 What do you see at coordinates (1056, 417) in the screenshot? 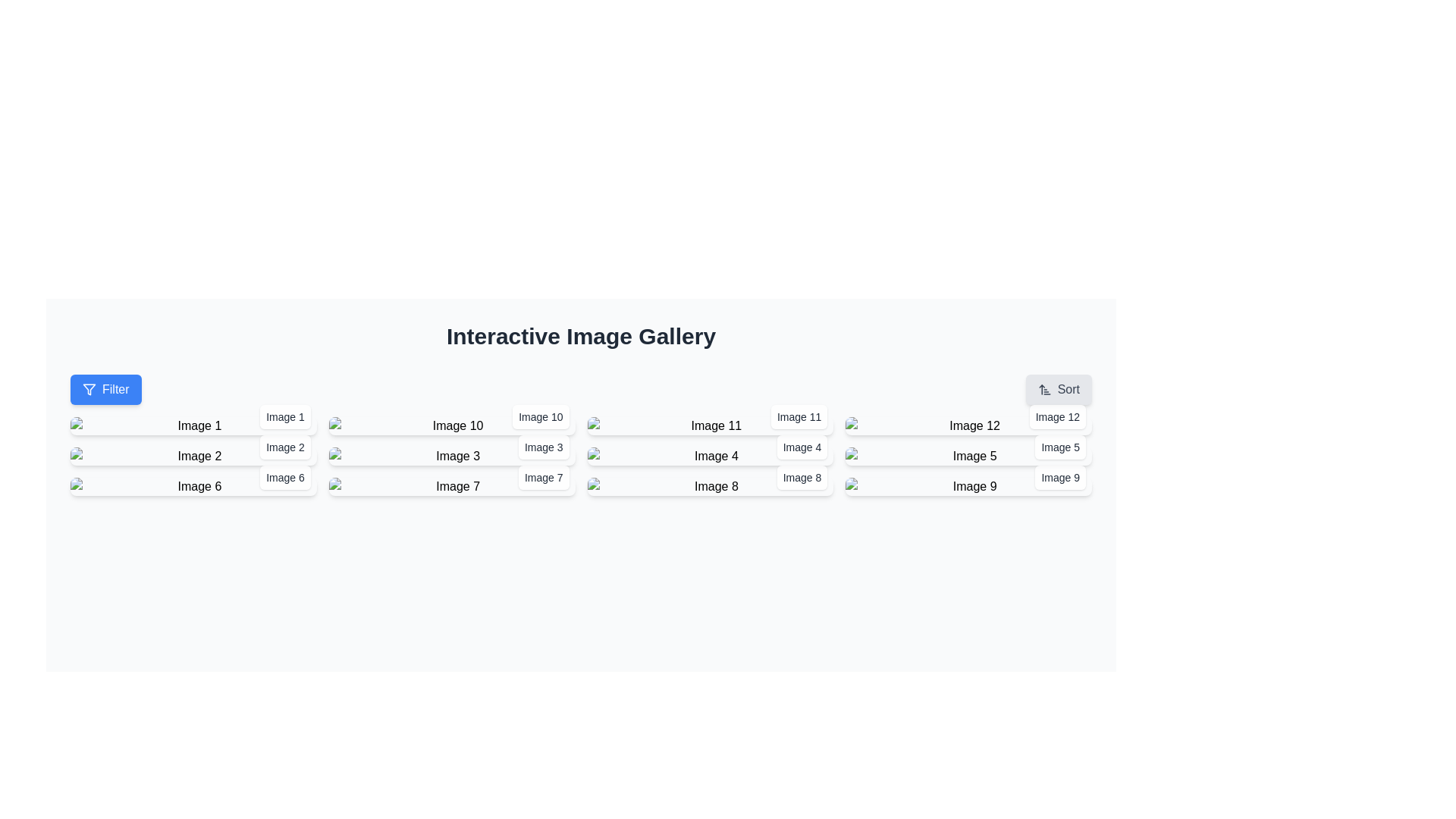
I see `the text label displaying 'Image 12', which is styled in a small font and dark gray color, located at the bottom-right corner of the twelfth image in a grid layout` at bounding box center [1056, 417].